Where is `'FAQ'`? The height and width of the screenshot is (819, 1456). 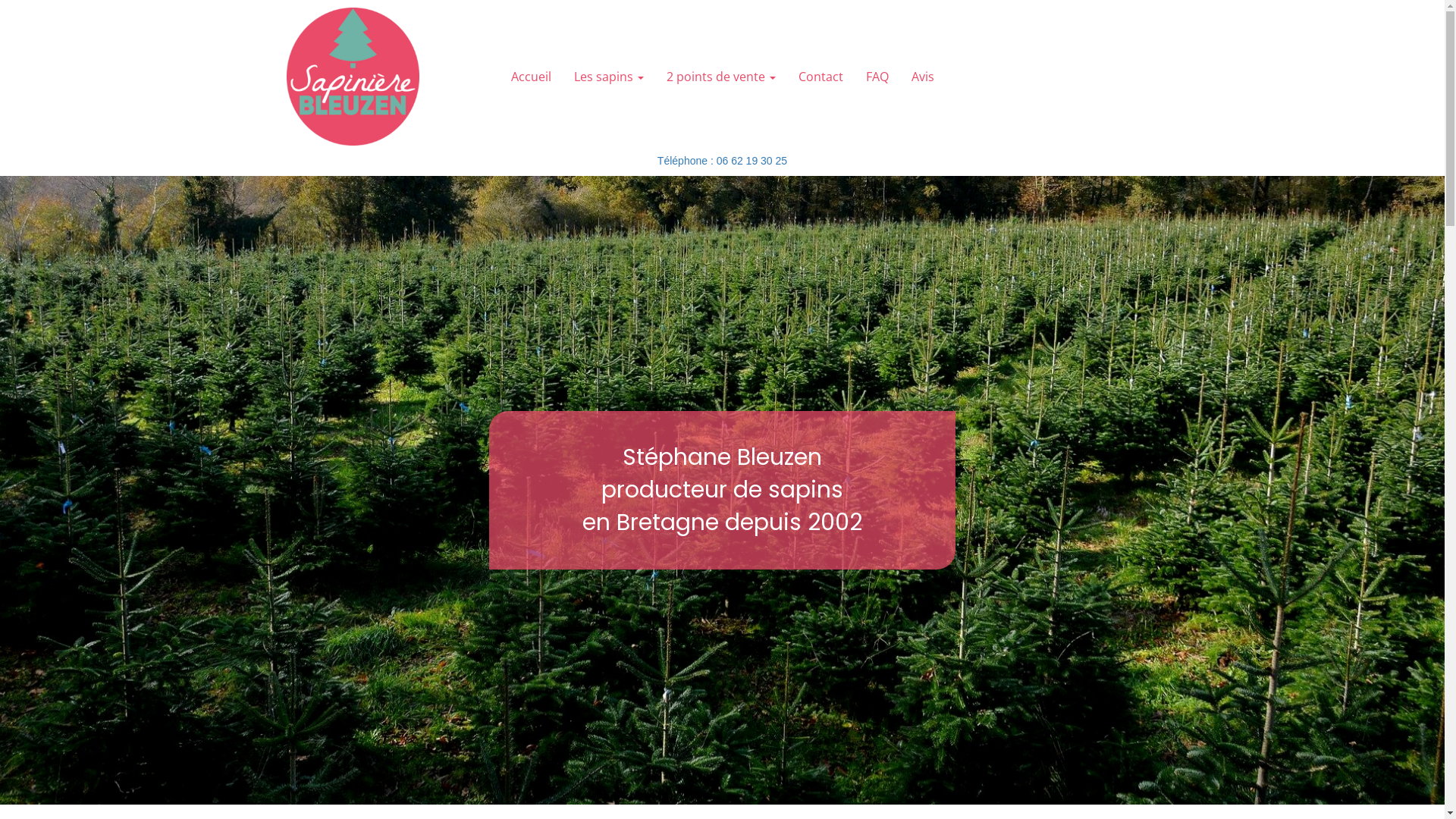 'FAQ' is located at coordinates (877, 77).